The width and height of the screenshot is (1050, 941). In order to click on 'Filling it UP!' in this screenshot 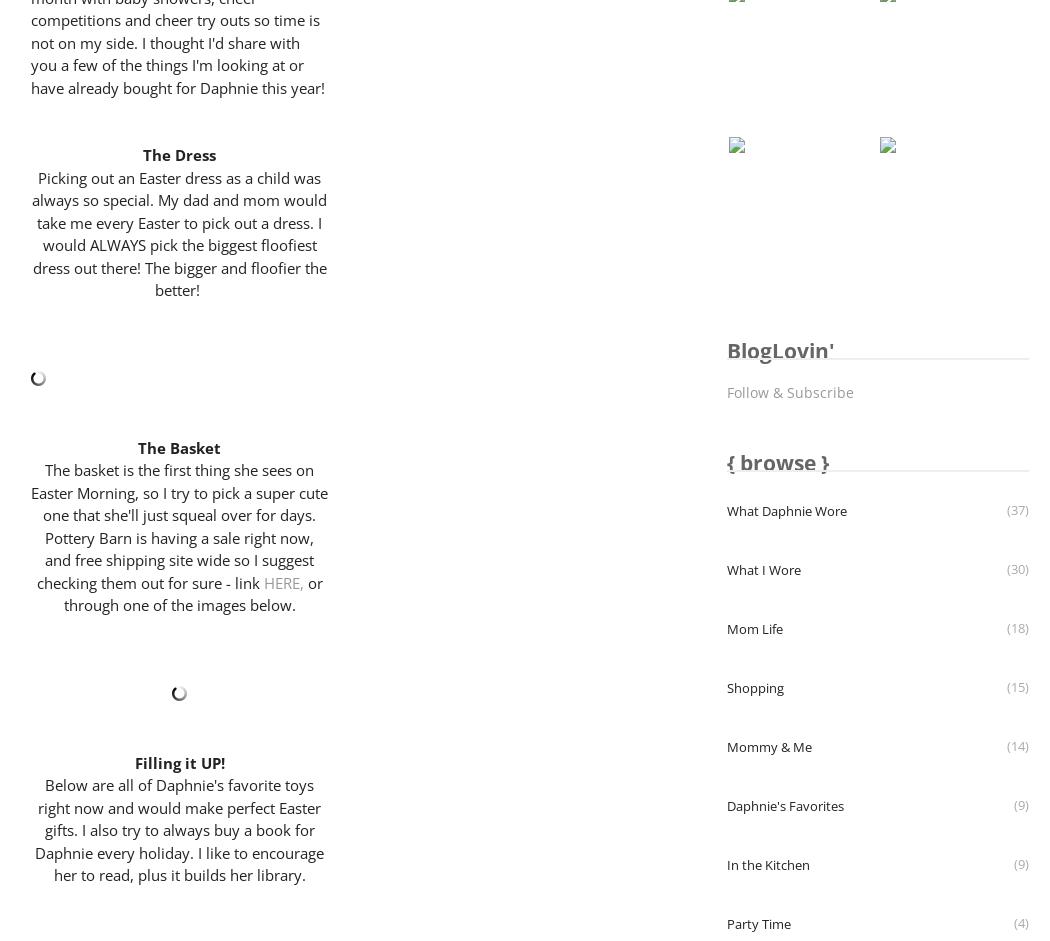, I will do `click(179, 761)`.